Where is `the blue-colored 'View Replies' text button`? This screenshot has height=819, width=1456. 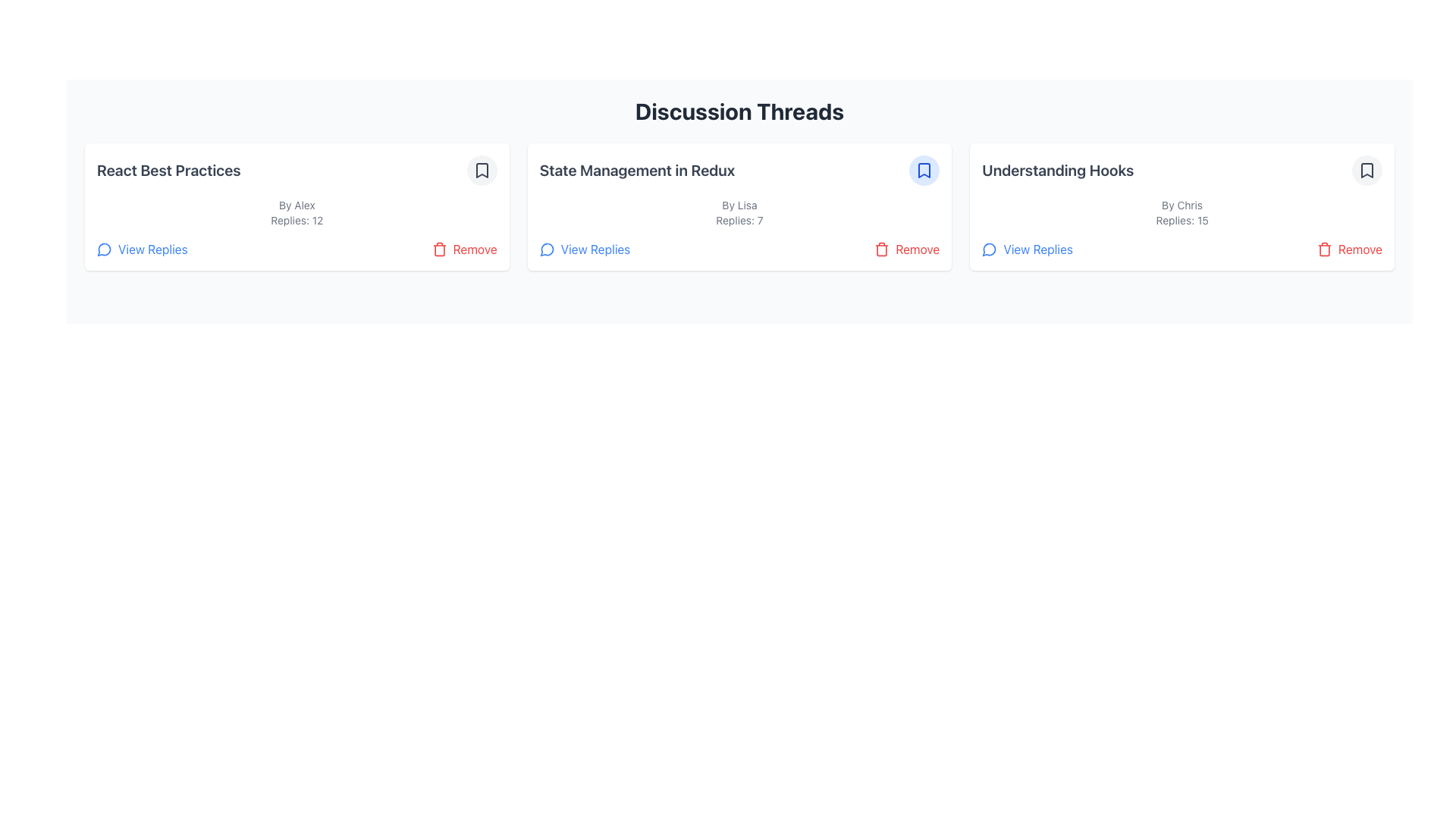 the blue-colored 'View Replies' text button is located at coordinates (152, 248).